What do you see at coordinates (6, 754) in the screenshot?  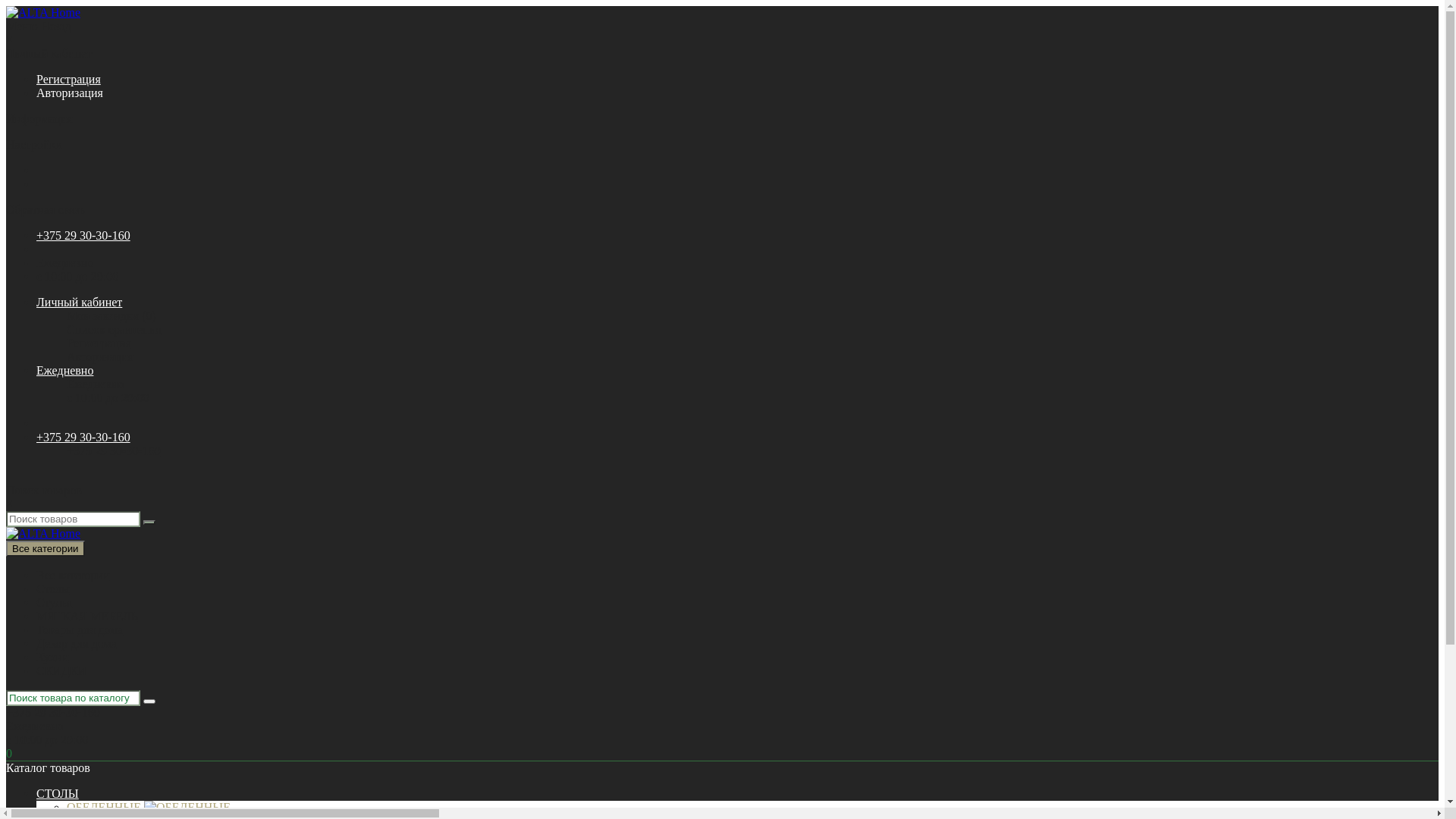 I see `'0'` at bounding box center [6, 754].